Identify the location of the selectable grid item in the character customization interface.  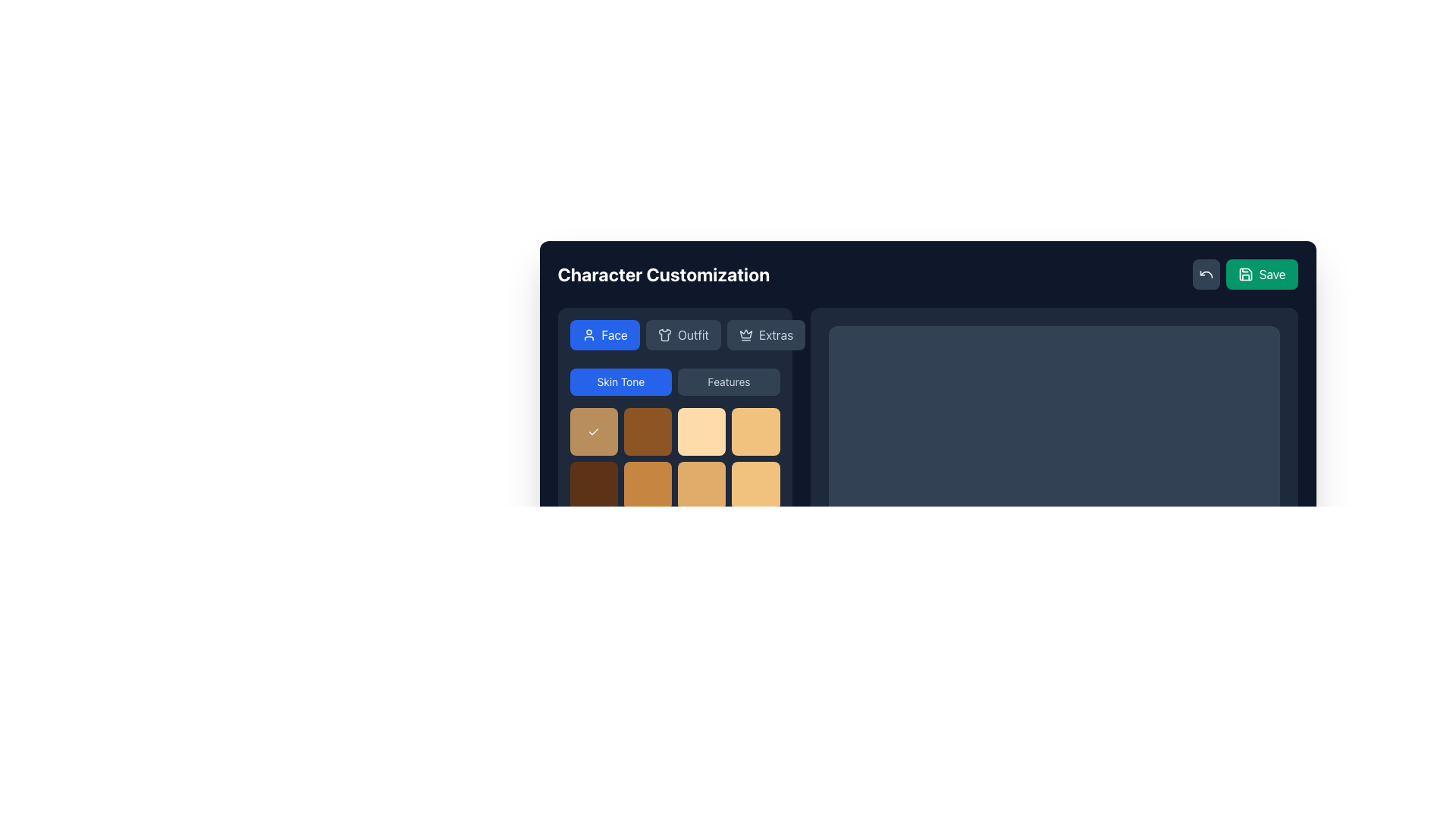
(648, 431).